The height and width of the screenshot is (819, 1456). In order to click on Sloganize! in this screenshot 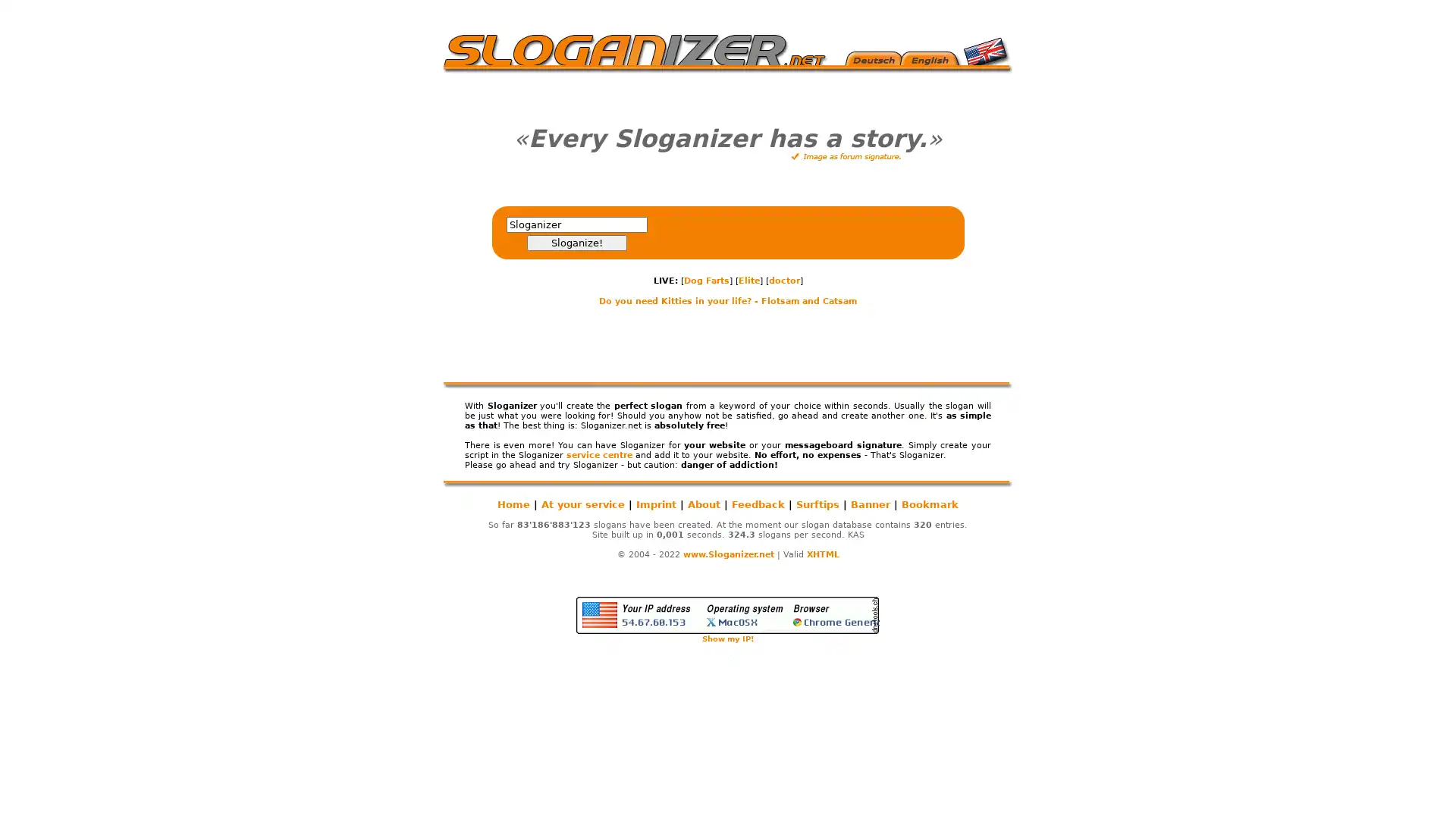, I will do `click(575, 242)`.